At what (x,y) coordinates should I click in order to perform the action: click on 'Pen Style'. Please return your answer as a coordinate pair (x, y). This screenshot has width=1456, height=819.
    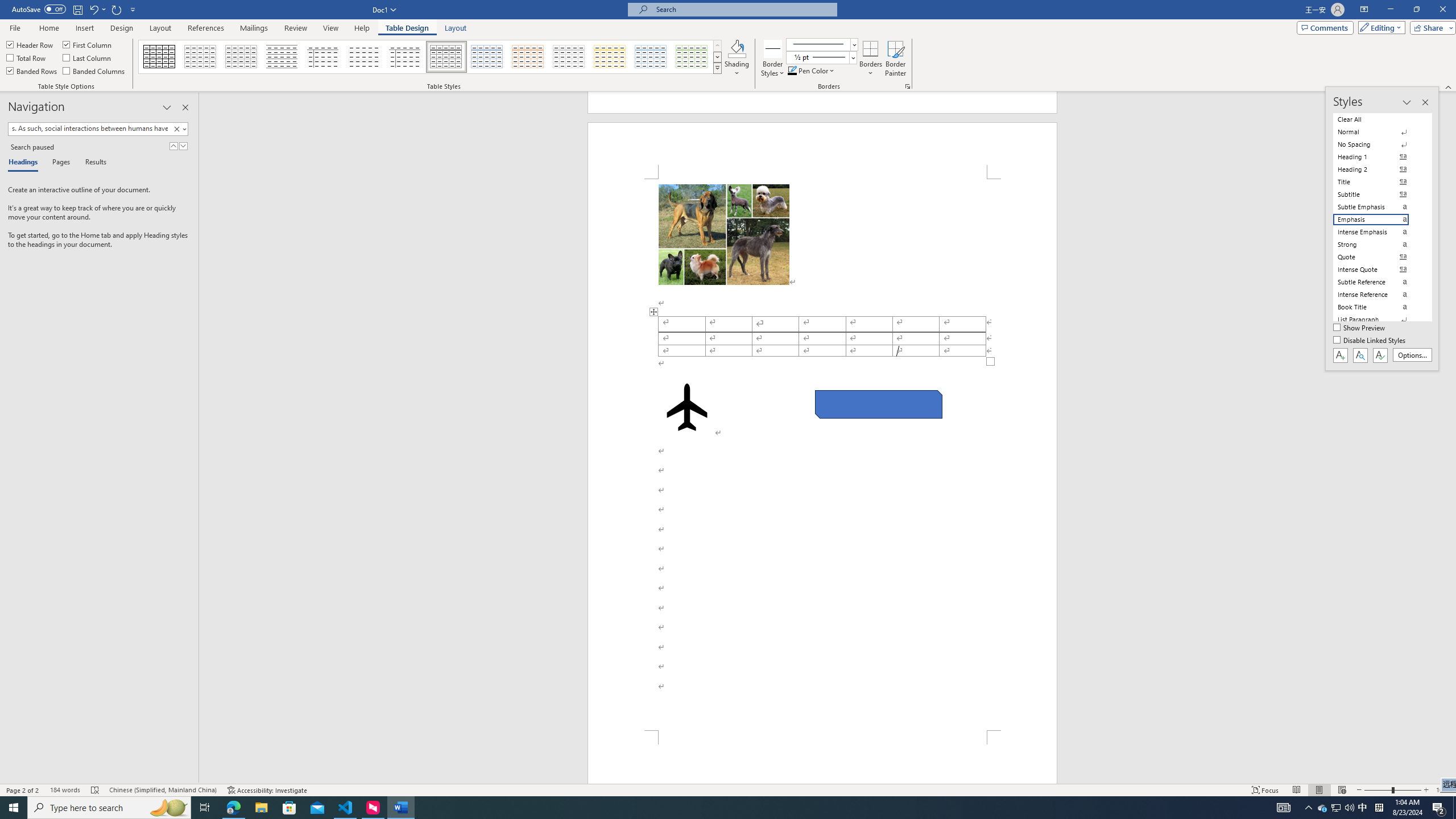
    Looking at the image, I should click on (821, 44).